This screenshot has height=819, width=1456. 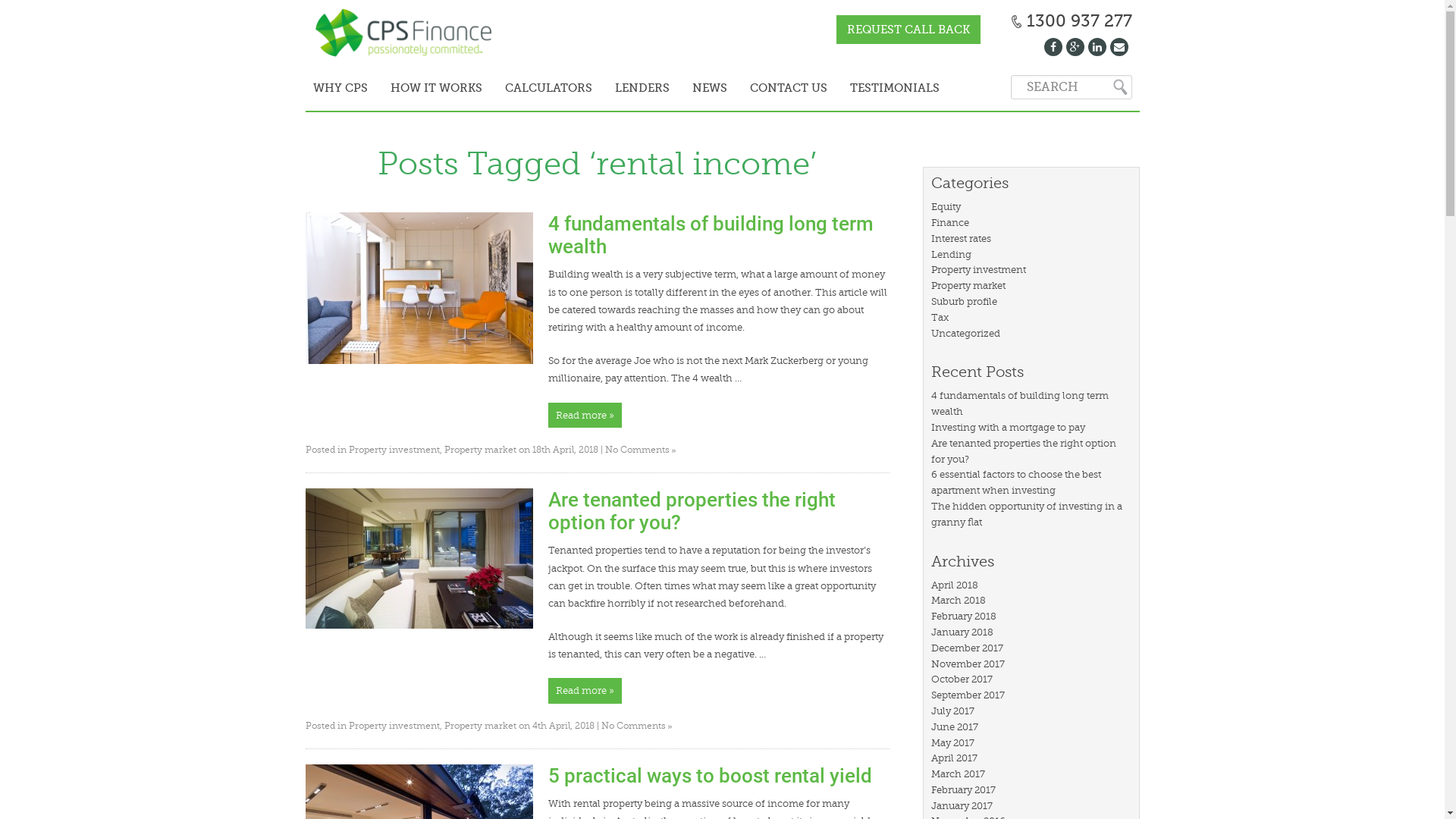 What do you see at coordinates (930, 584) in the screenshot?
I see `'April 2018'` at bounding box center [930, 584].